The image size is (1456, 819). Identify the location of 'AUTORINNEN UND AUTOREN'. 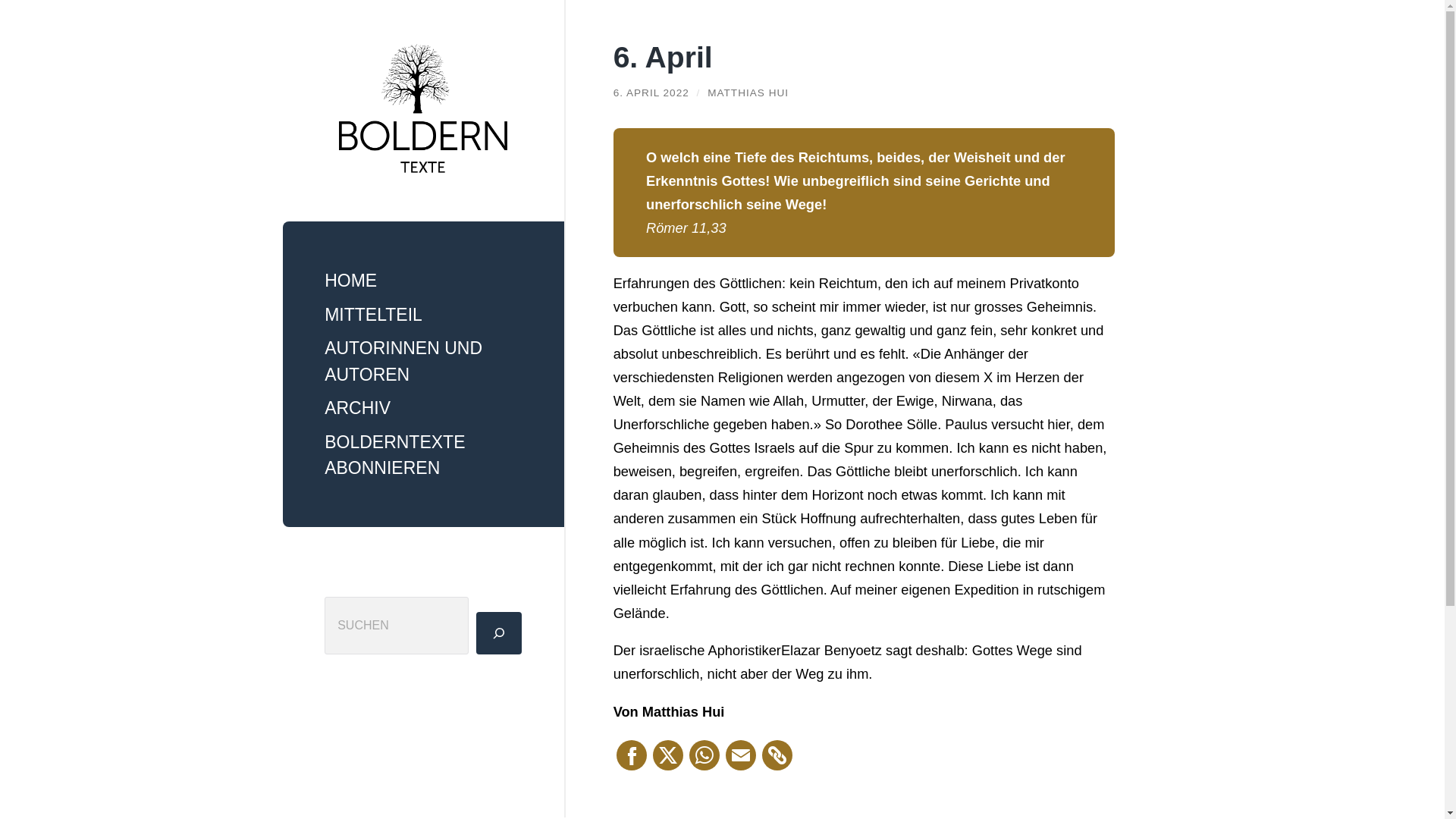
(422, 361).